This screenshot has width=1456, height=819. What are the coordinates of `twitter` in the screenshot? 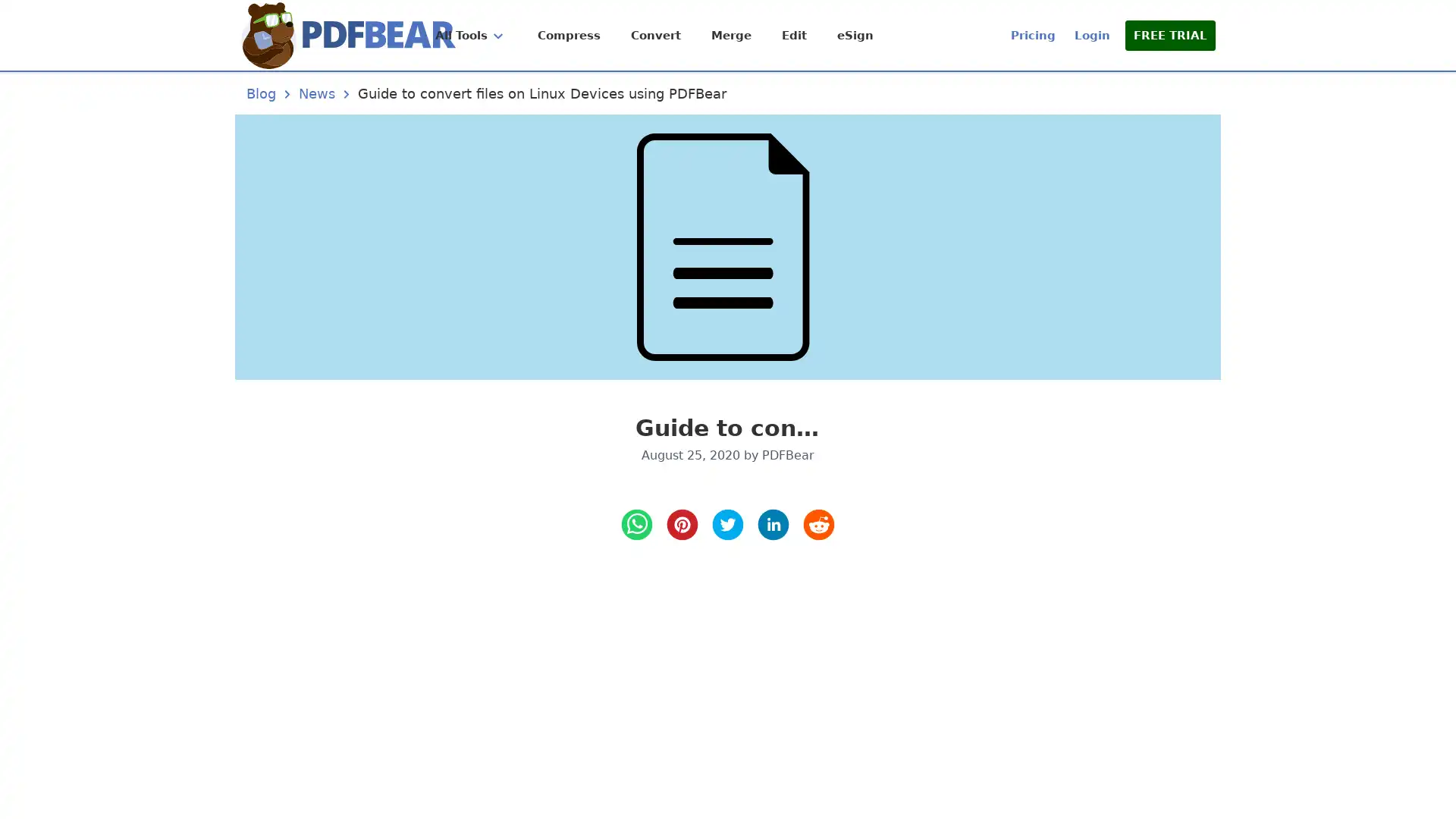 It's located at (728, 523).